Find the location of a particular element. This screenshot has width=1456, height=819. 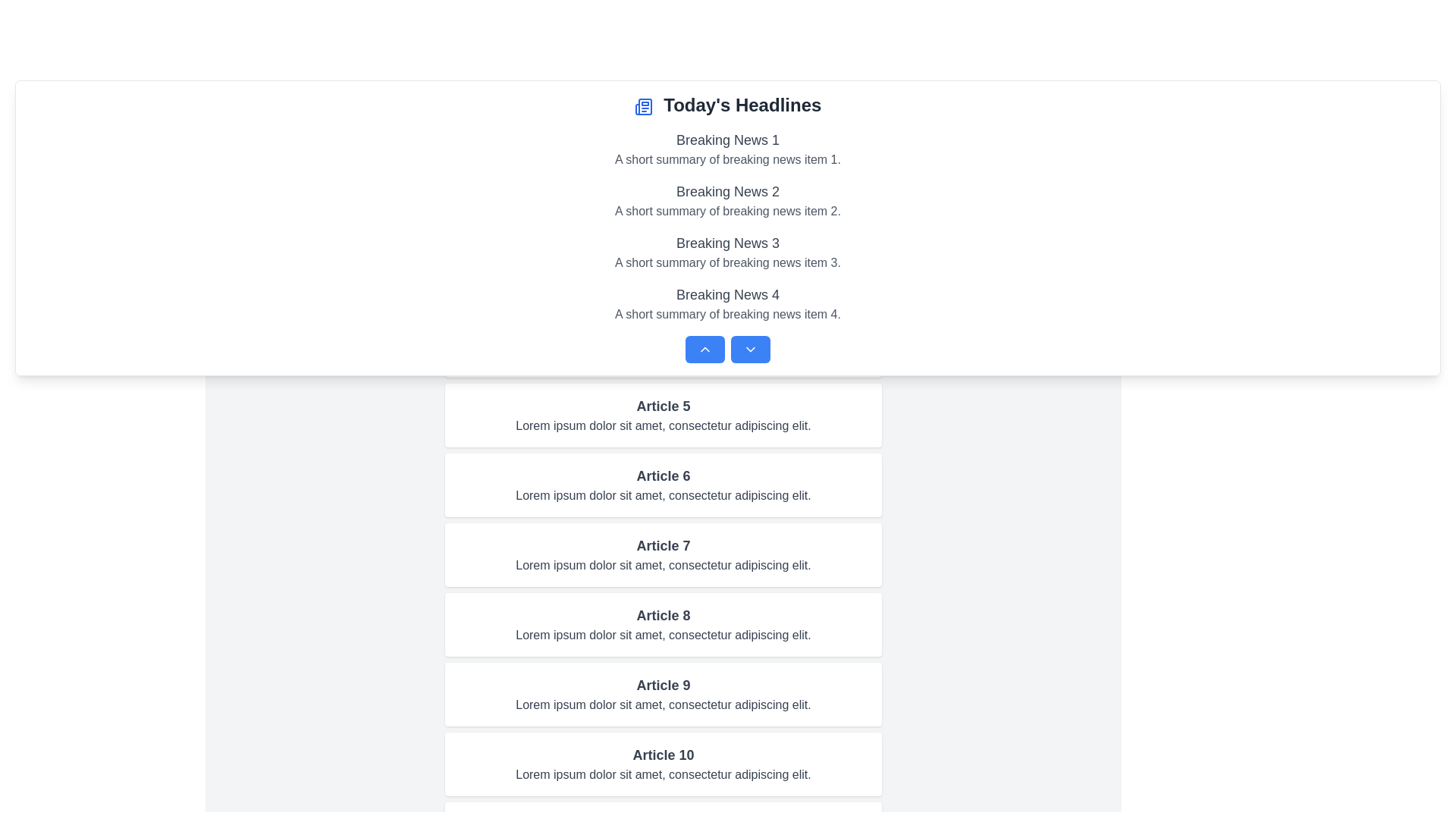

the textual block containing the headline 'Breaking News 4' and the summary 'A short summary of breaking news item 4', which is the fourth entry in the list of news items under 'Today's Headlines' is located at coordinates (728, 304).